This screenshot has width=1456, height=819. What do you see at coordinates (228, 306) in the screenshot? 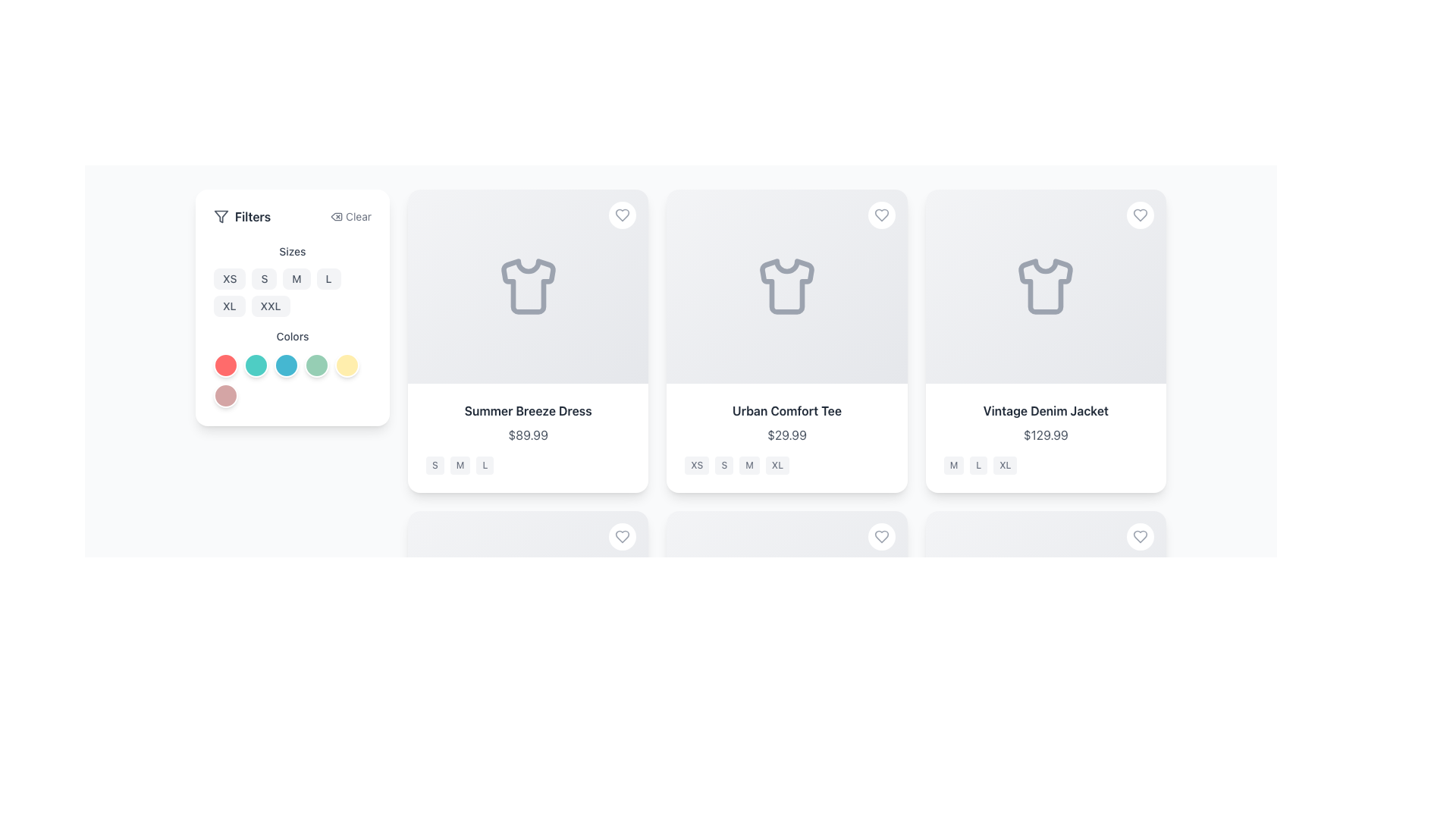
I see `the button labeled 'XL' with rounded corners and a light gray background, located in the 'Sizes' section of the Filters panel` at bounding box center [228, 306].